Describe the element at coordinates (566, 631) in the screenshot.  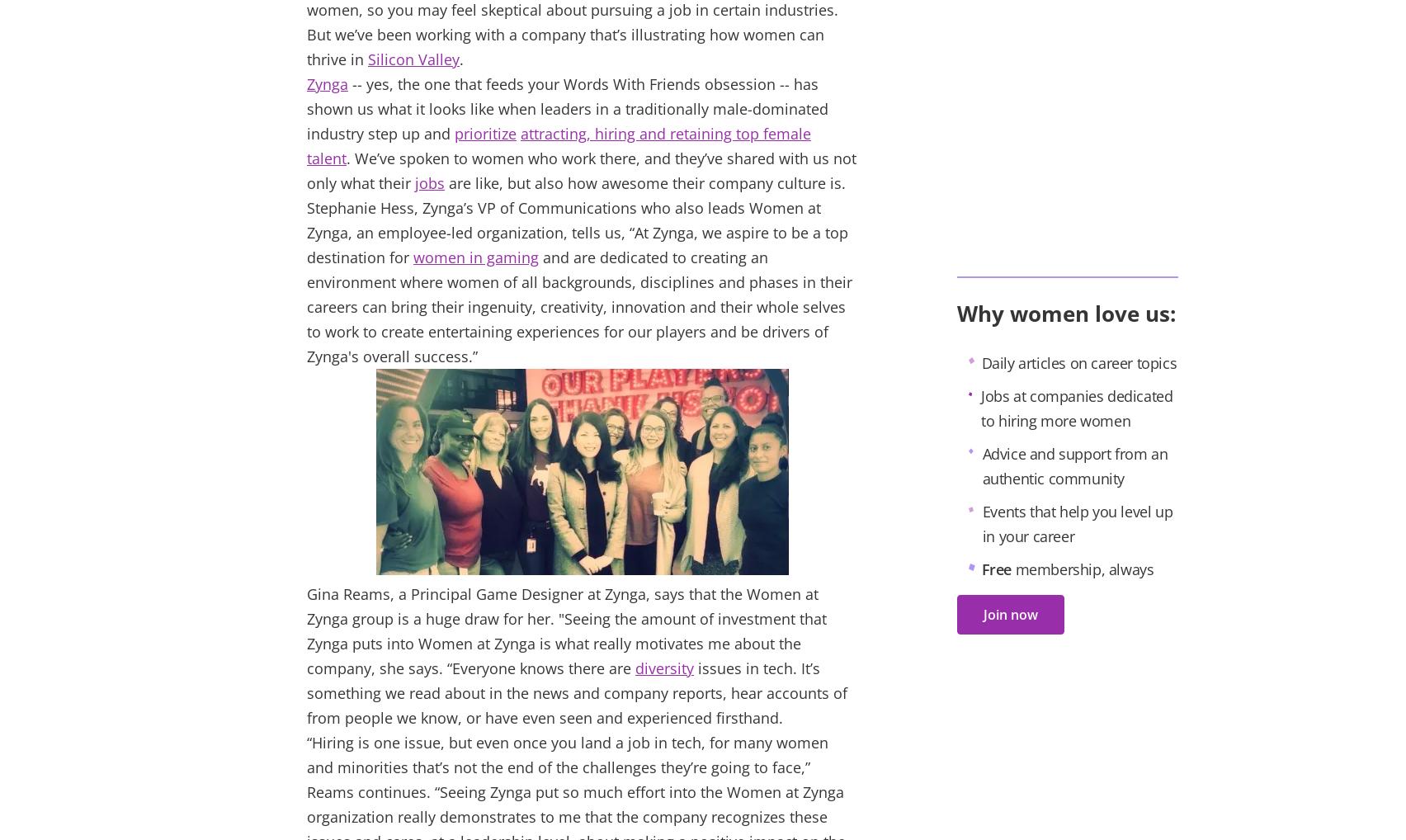
I see `'Gina Reams, a Principal Game Designer at Zynga, says that the Women at Zynga group is a huge draw for her. "Seeing the amount of investment that Zynga puts into Women at Zynga is what really motivates me about the company, she says. “Everyone knows there are'` at that location.